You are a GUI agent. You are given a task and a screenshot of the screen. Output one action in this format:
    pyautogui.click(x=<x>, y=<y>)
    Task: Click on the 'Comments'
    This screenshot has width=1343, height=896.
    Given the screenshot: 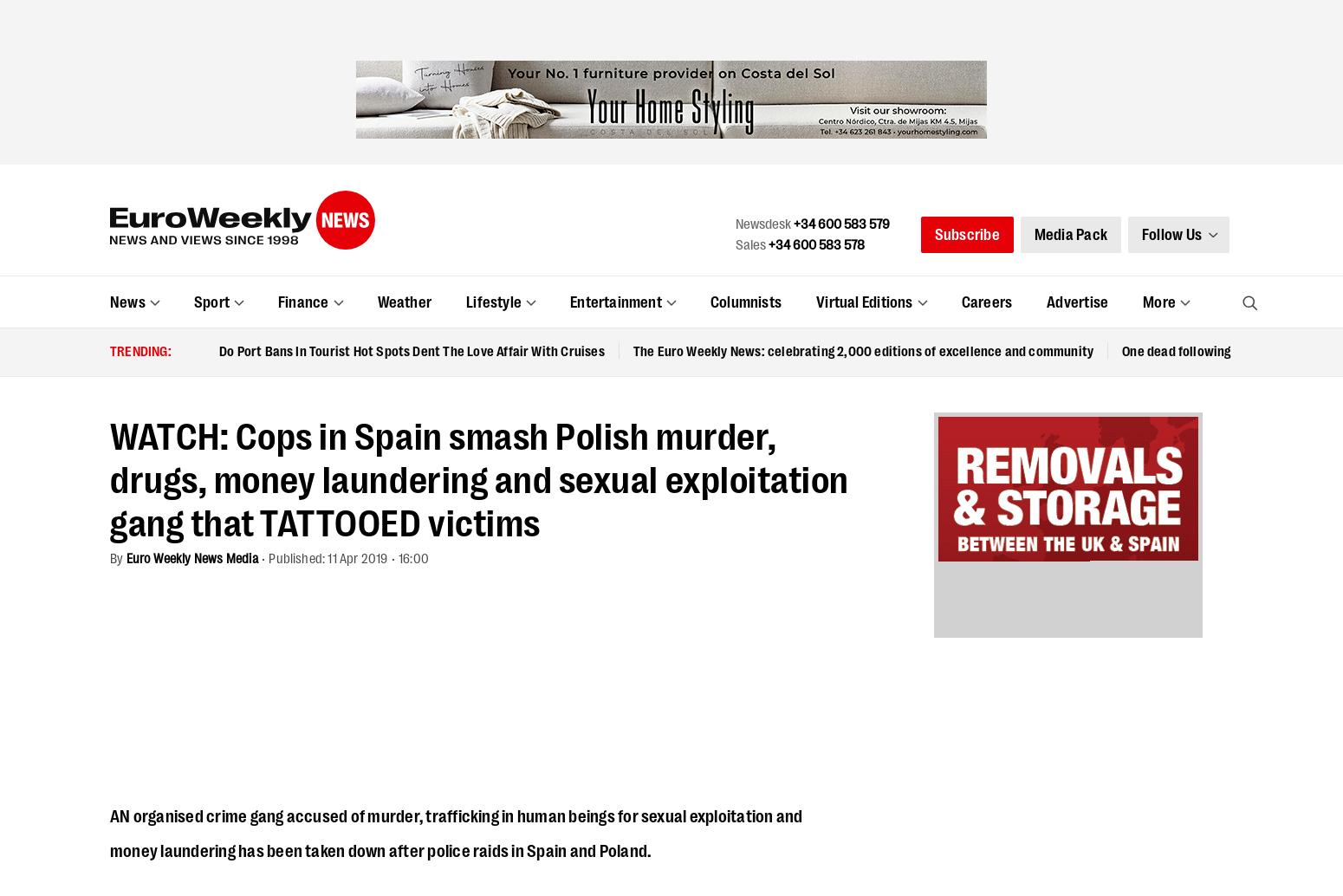 What is the action you would take?
    pyautogui.click(x=161, y=565)
    